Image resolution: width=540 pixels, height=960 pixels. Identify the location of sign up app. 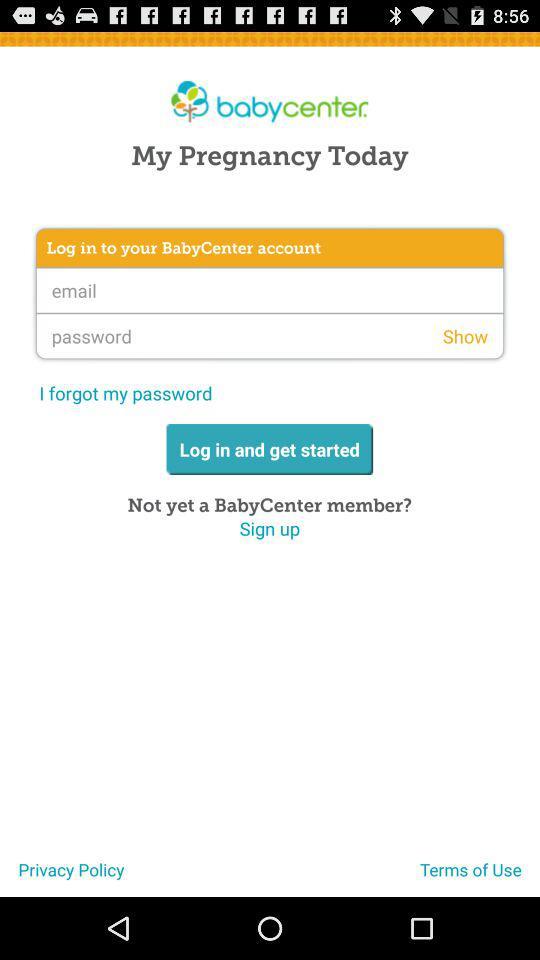
(269, 527).